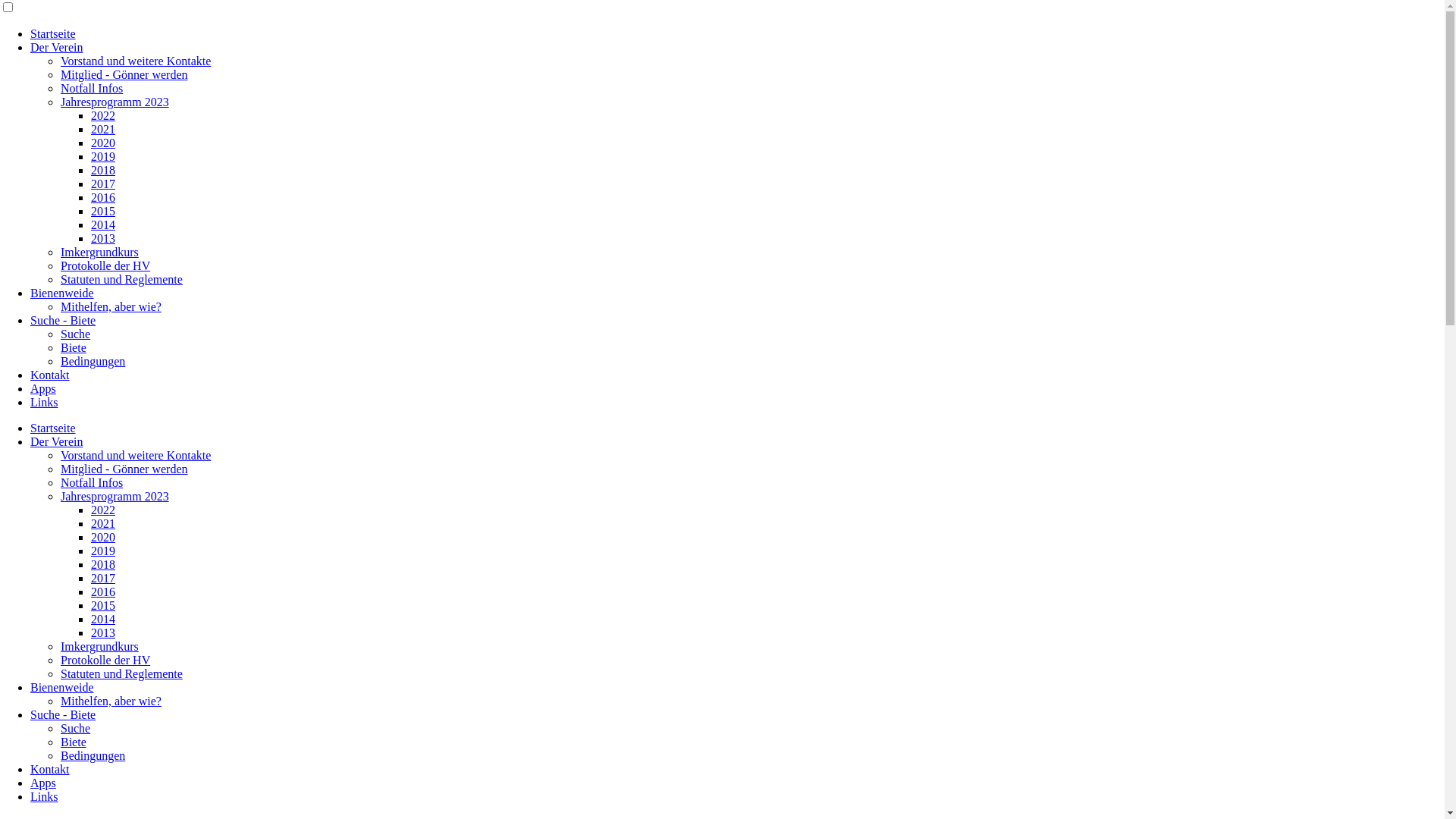  What do you see at coordinates (56, 441) in the screenshot?
I see `'Der Verein'` at bounding box center [56, 441].